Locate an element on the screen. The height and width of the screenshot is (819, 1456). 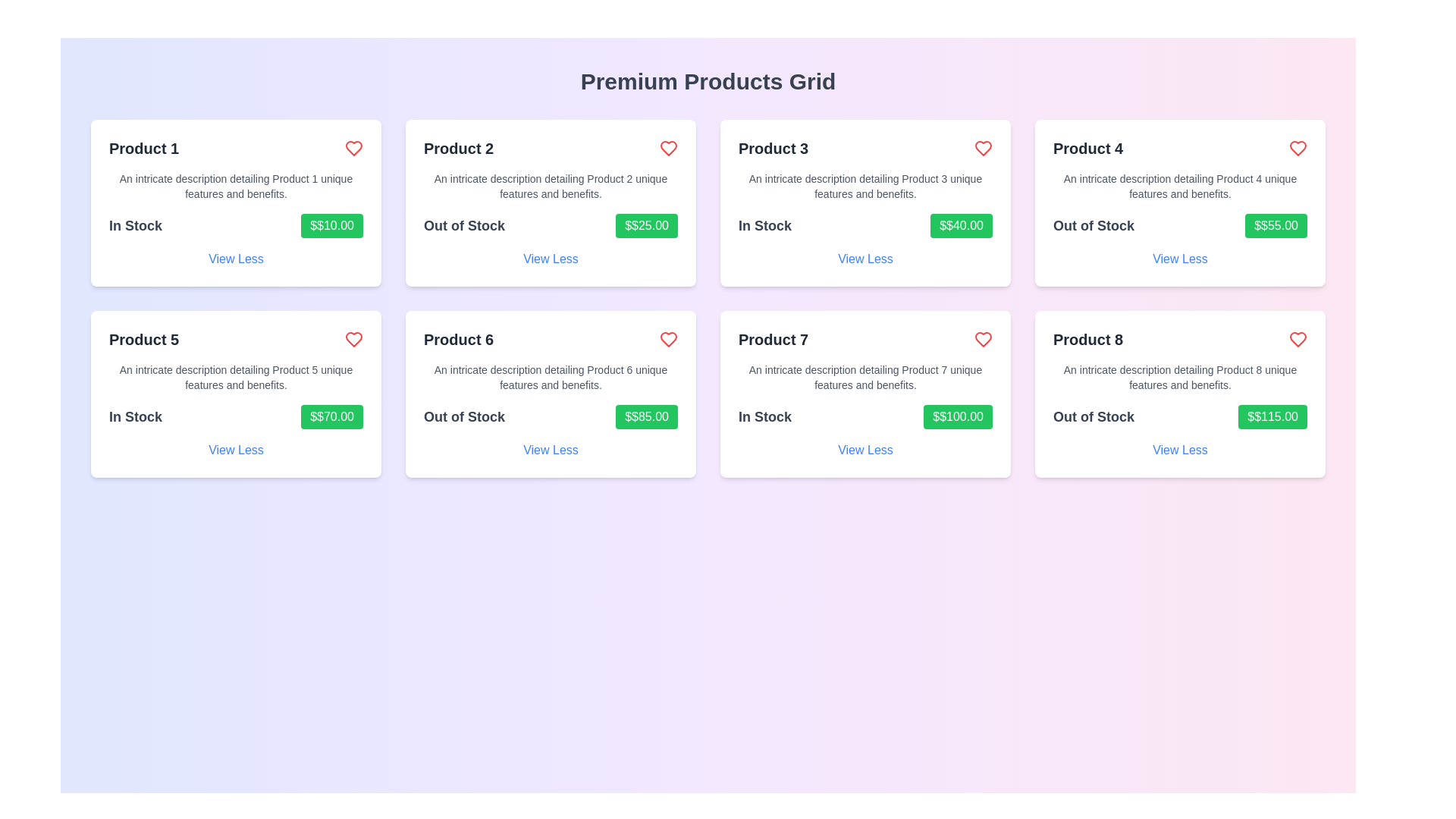
the price button for 'Product 3', located beneath 'In Stock' is located at coordinates (961, 225).